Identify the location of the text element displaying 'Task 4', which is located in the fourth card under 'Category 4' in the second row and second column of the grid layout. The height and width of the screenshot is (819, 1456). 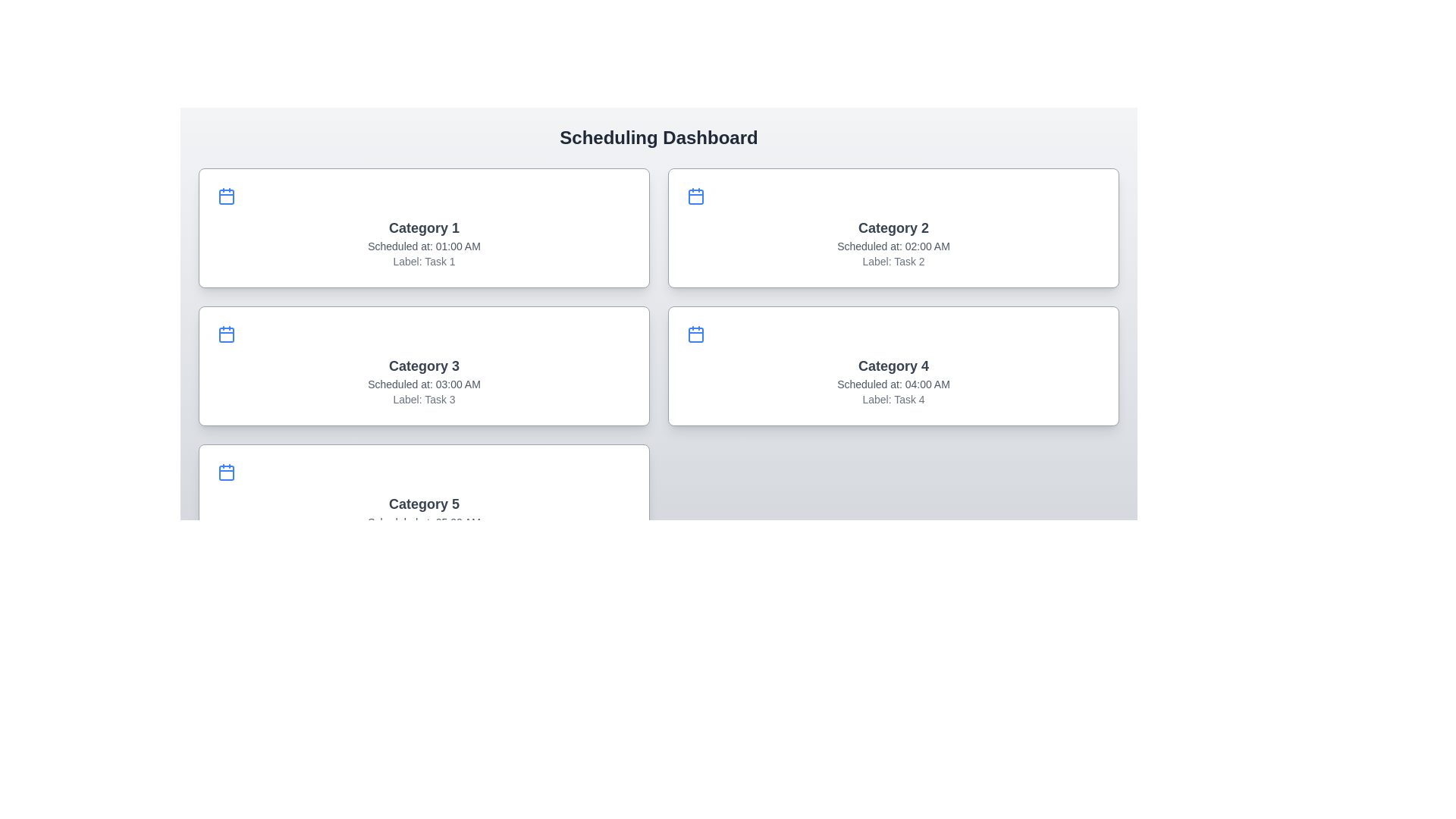
(893, 399).